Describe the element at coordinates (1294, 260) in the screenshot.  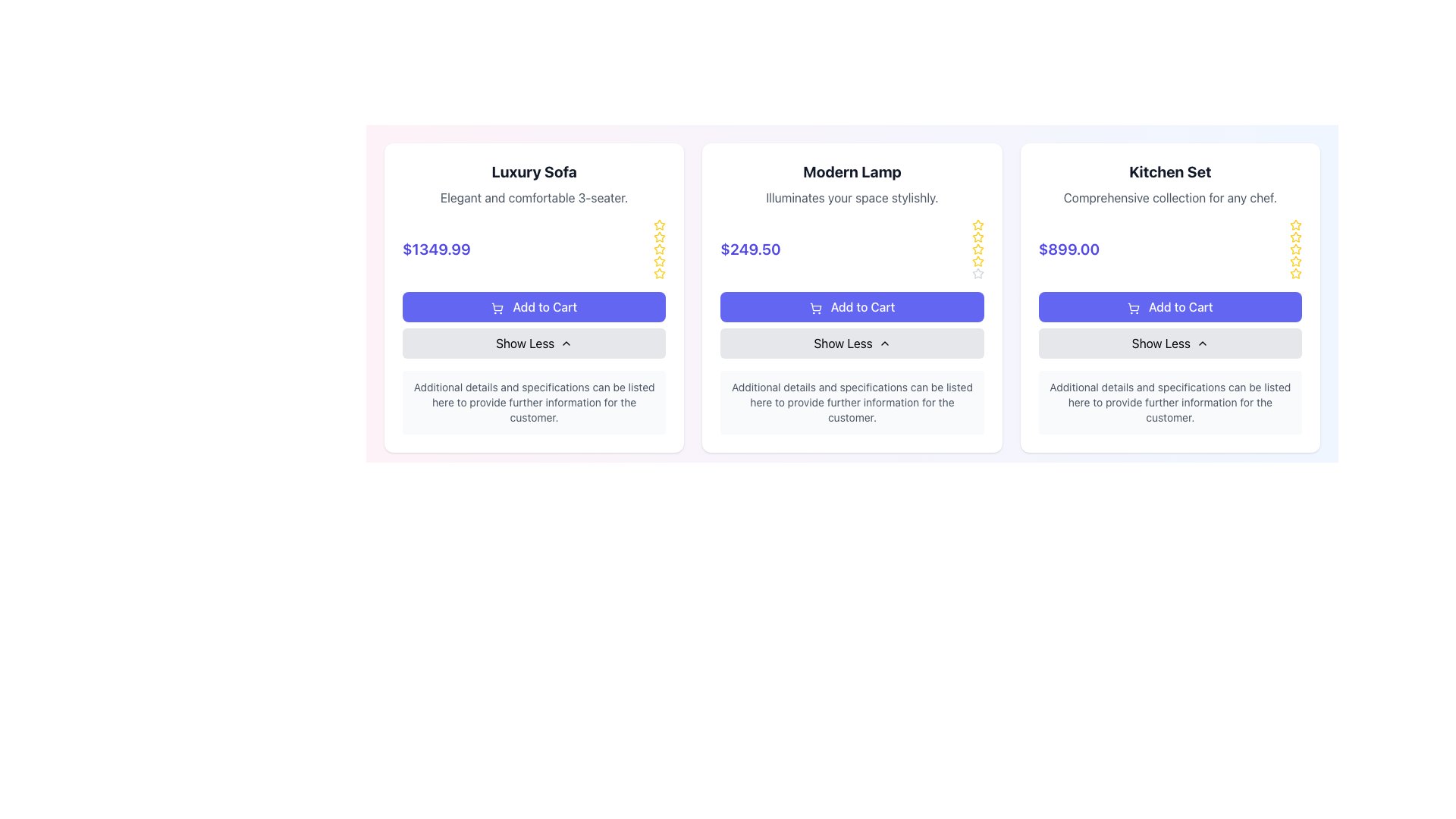
I see `the second star icon in the rating group for the 'Kitchen Set' product, which is aligned to the right side of the card in the item grid` at that location.